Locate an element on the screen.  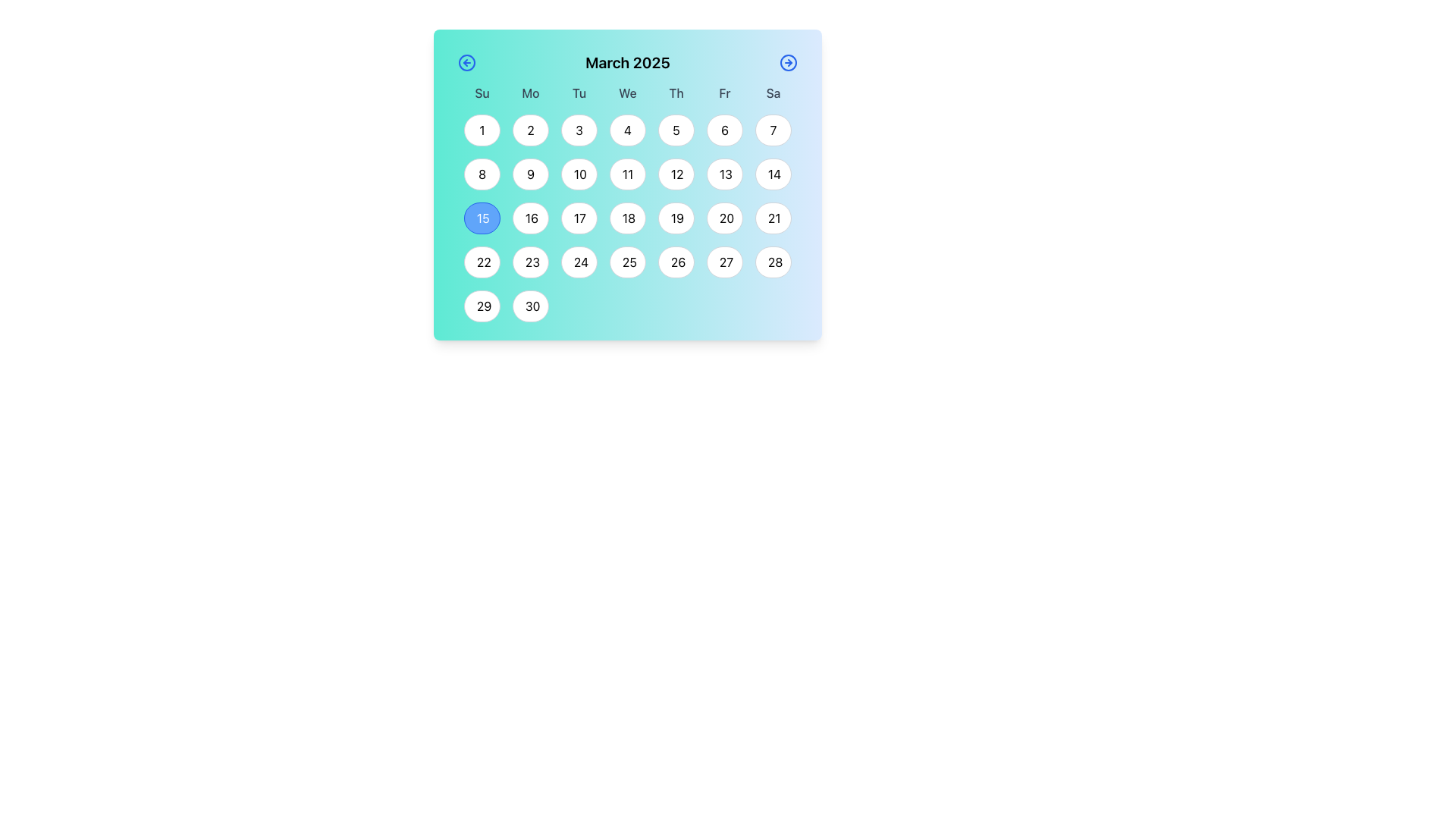
the calendar button representing the date '26' under Thursday is located at coordinates (676, 262).